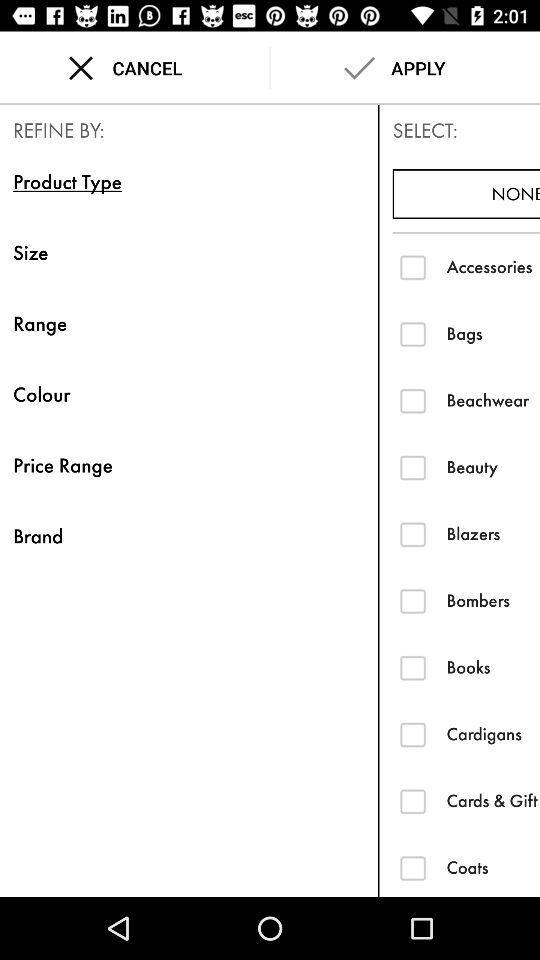 Image resolution: width=540 pixels, height=960 pixels. What do you see at coordinates (412, 667) in the screenshot?
I see `books` at bounding box center [412, 667].